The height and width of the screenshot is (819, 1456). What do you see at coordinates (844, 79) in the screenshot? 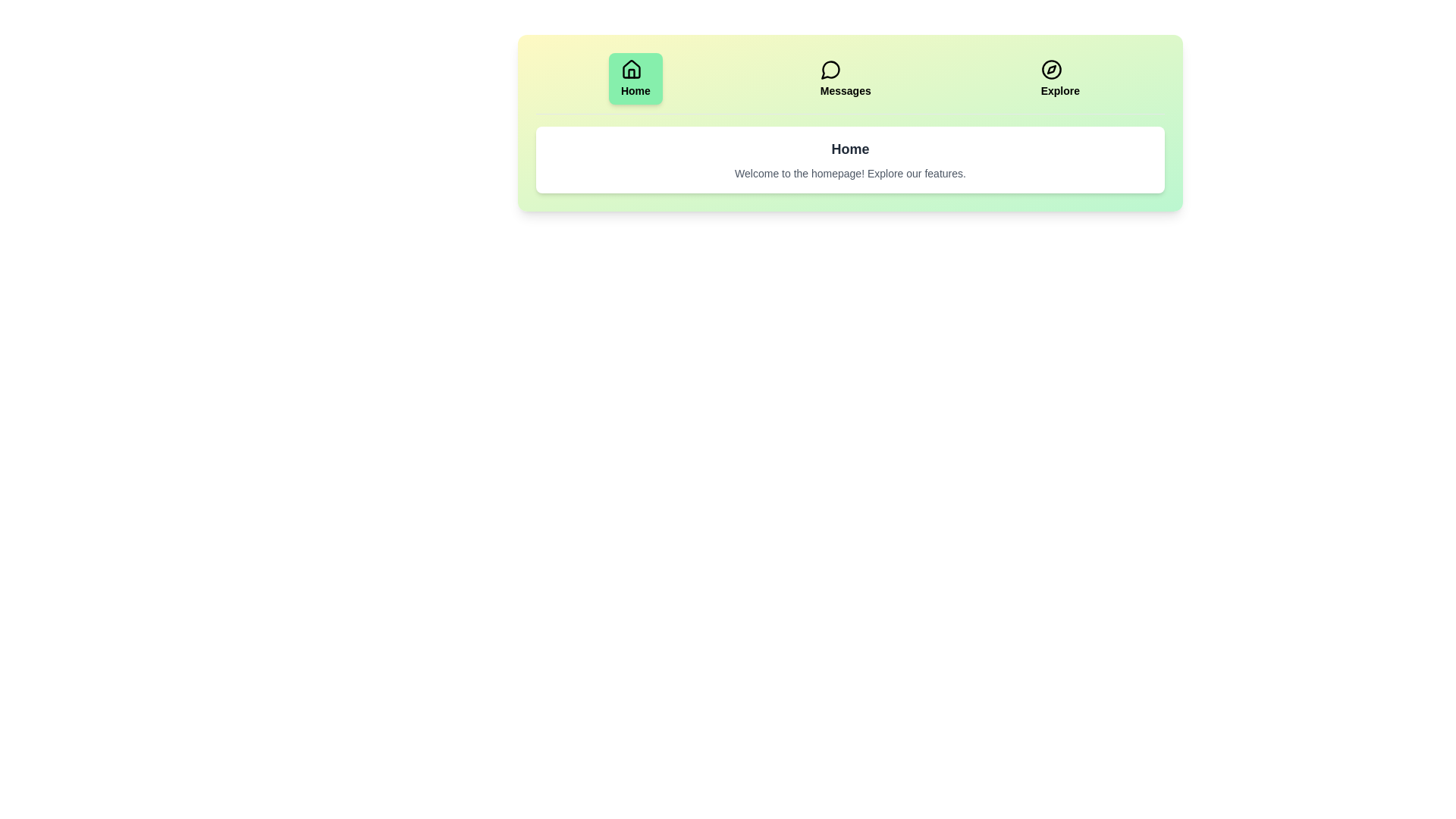
I see `the Messages tab` at bounding box center [844, 79].